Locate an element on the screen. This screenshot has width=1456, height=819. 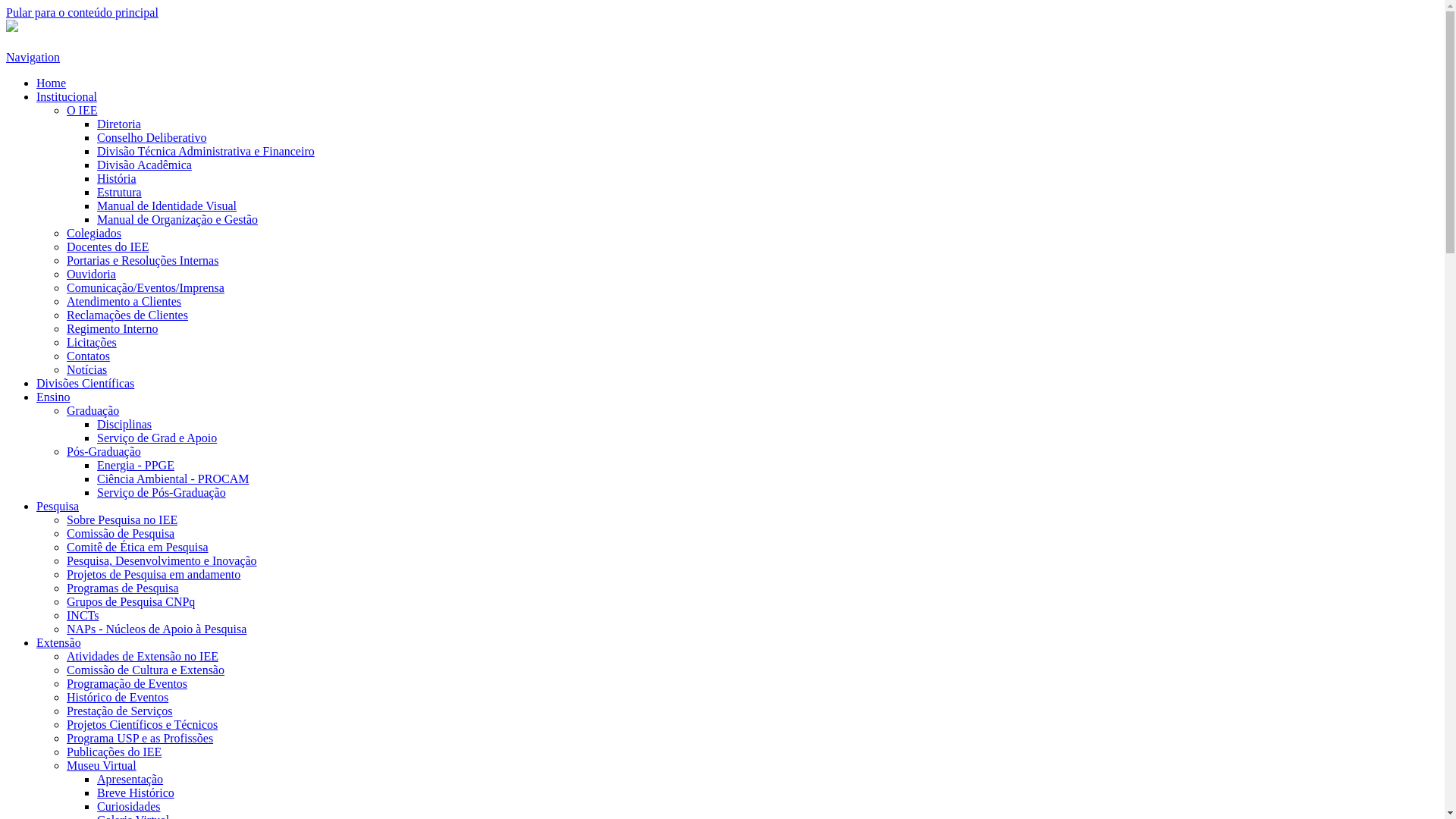
'Docentes do IEE' is located at coordinates (107, 246).